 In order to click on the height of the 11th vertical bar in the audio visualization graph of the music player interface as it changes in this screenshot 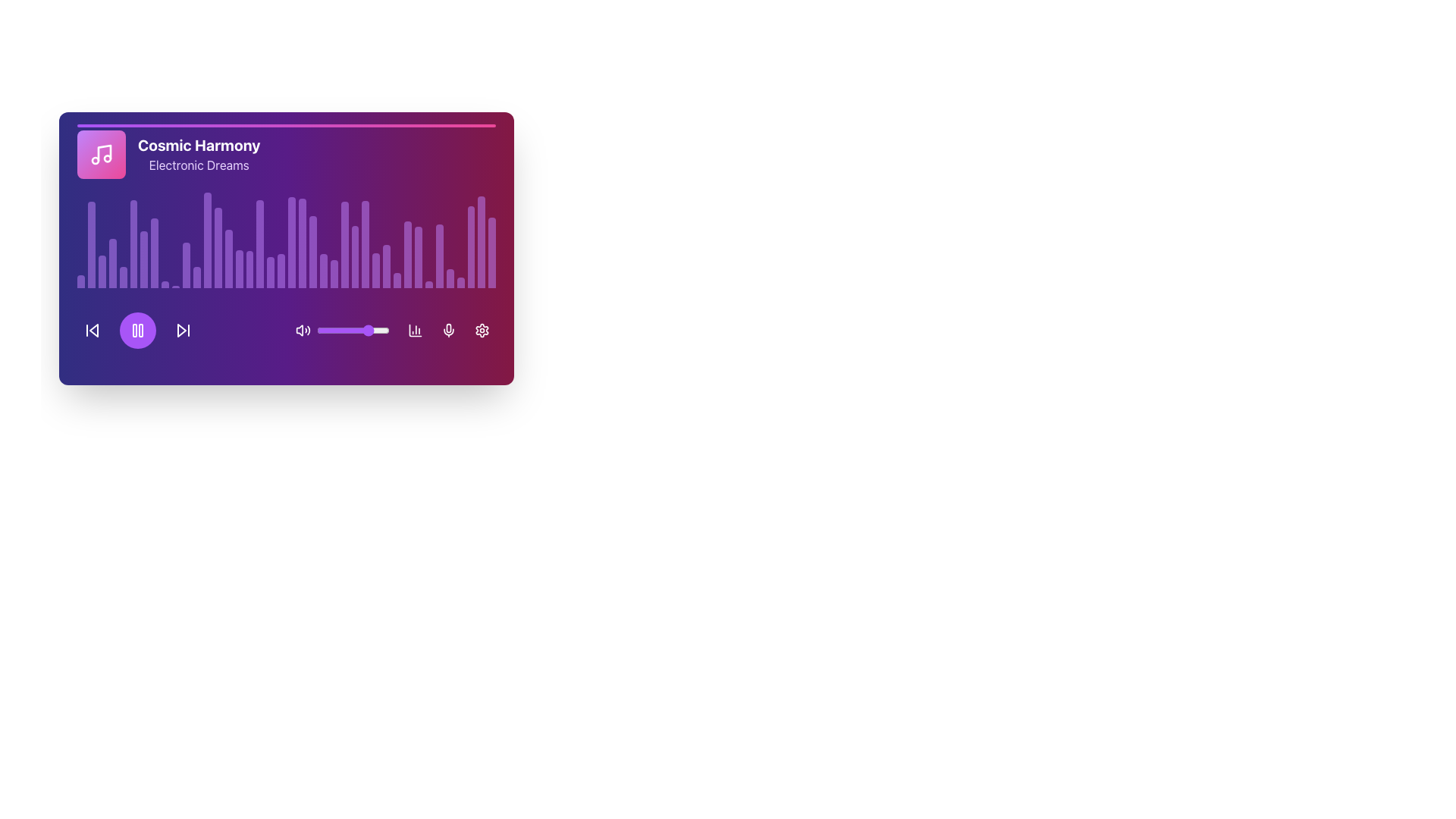, I will do `click(185, 264)`.